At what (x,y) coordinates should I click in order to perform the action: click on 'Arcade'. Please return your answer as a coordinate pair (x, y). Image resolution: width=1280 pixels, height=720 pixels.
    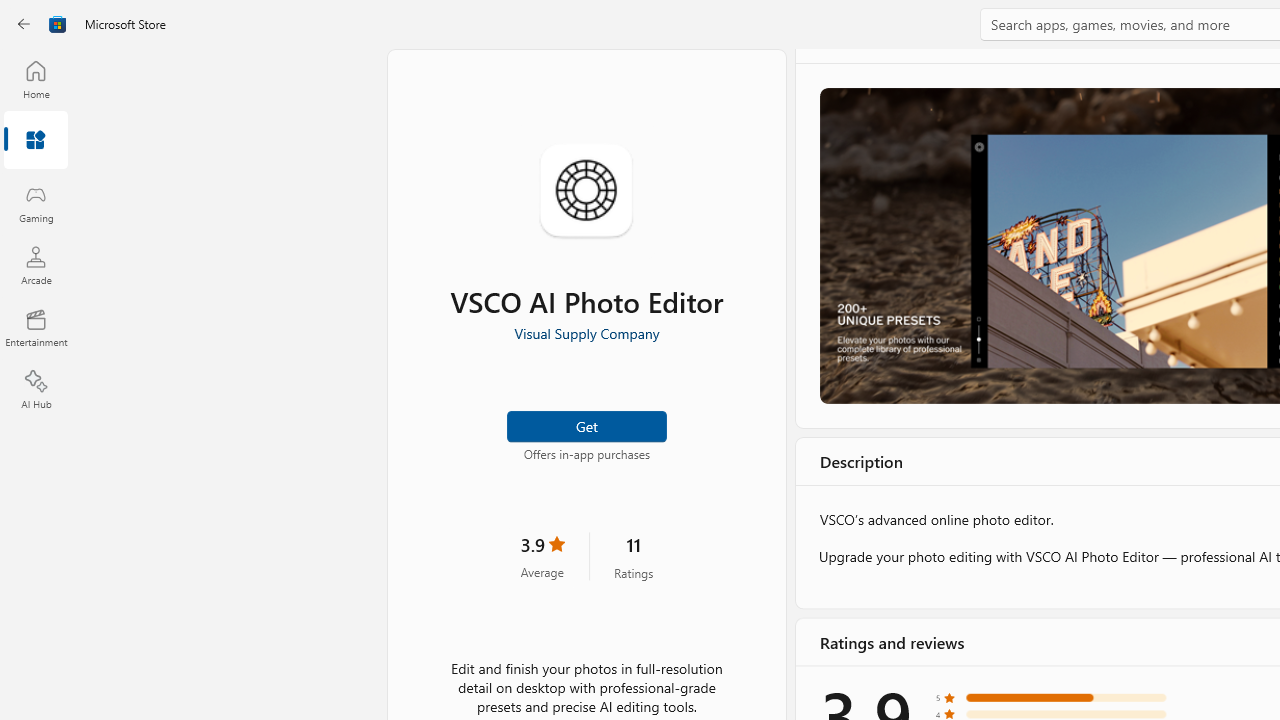
    Looking at the image, I should click on (35, 264).